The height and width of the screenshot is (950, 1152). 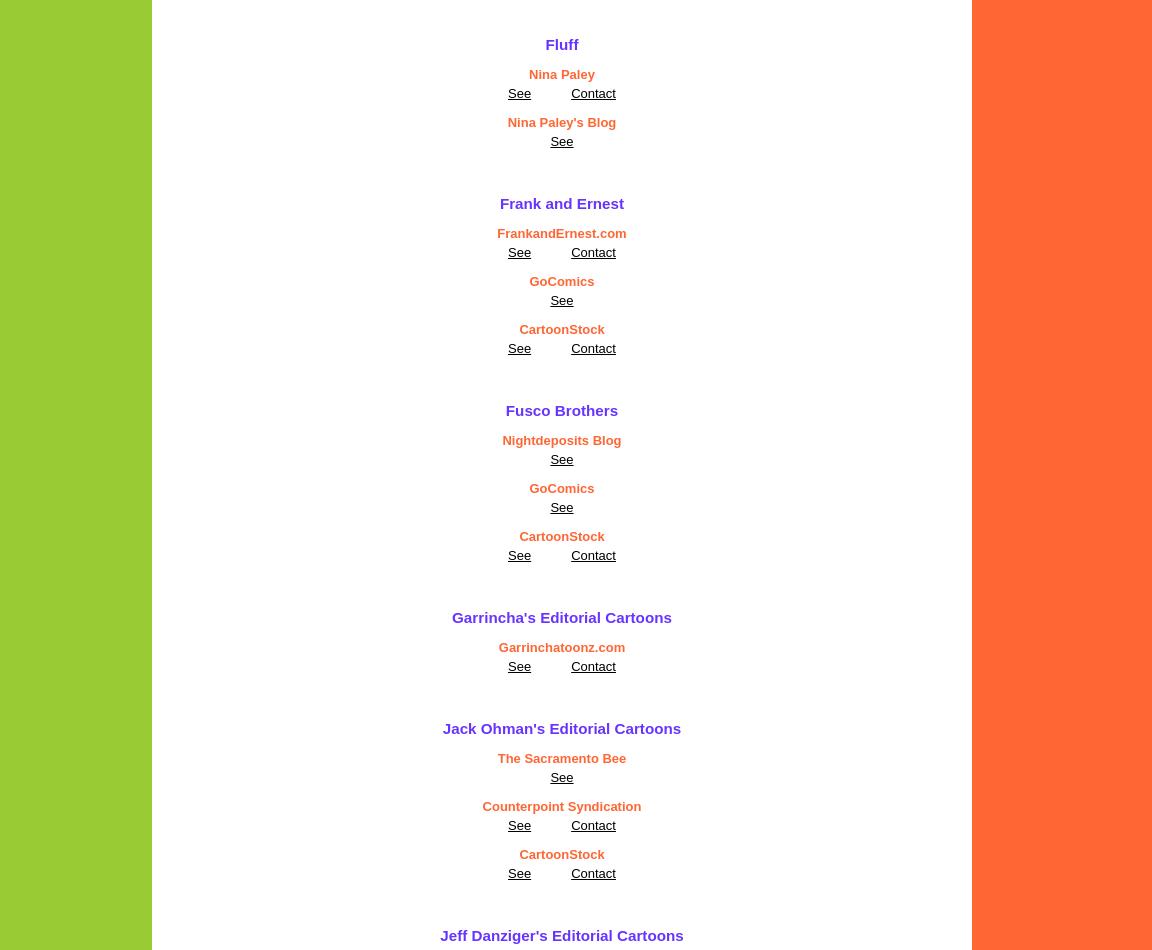 I want to click on 'Garrinchatoonz.com', so click(x=498, y=647).